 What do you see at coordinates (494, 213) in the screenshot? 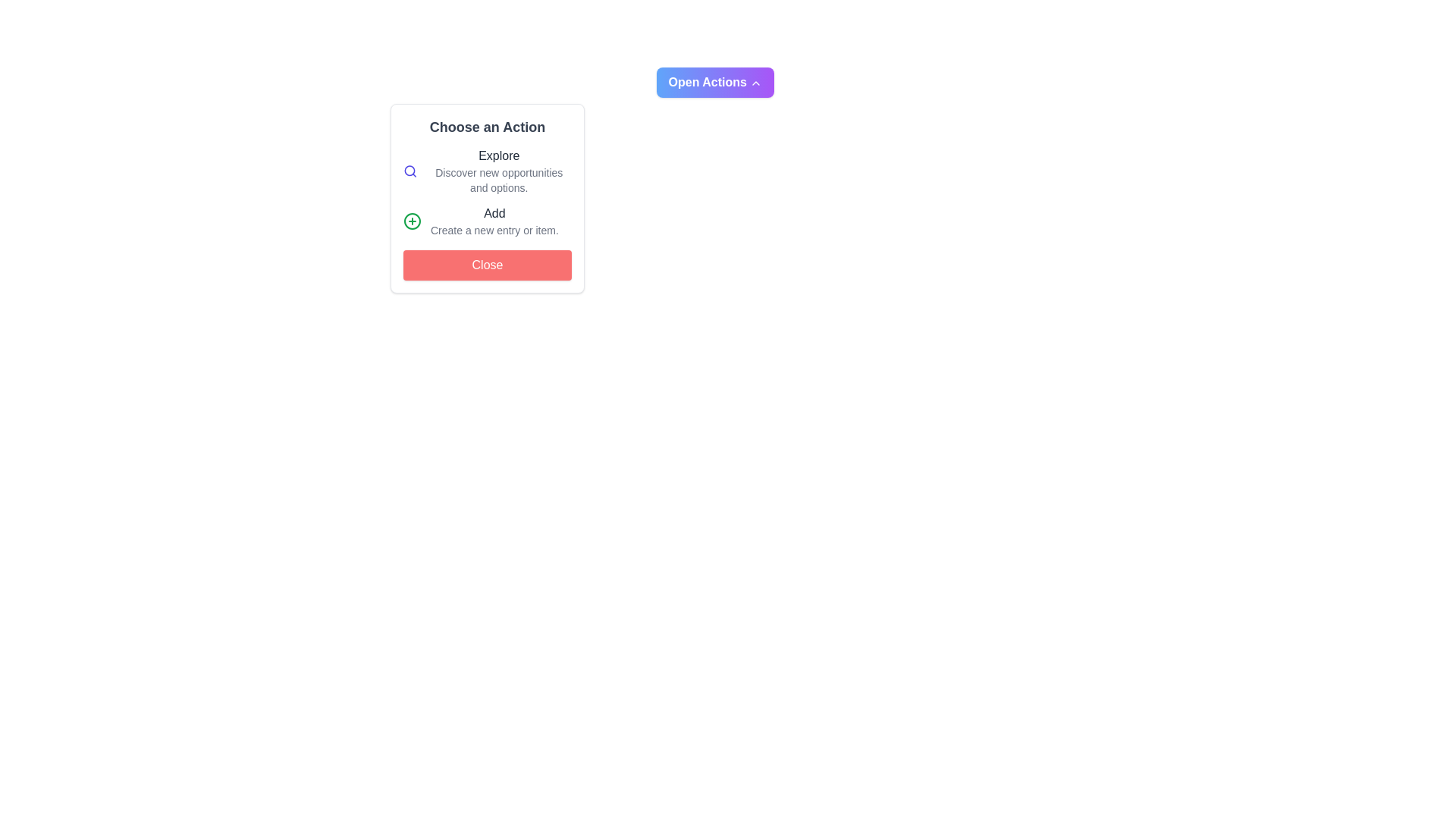
I see `the 'Add' text label located in the 'Choose an Action' modal, which is styled in grayish-black and situated centrally between a magnifying glass icon and a pink 'Close' button` at bounding box center [494, 213].